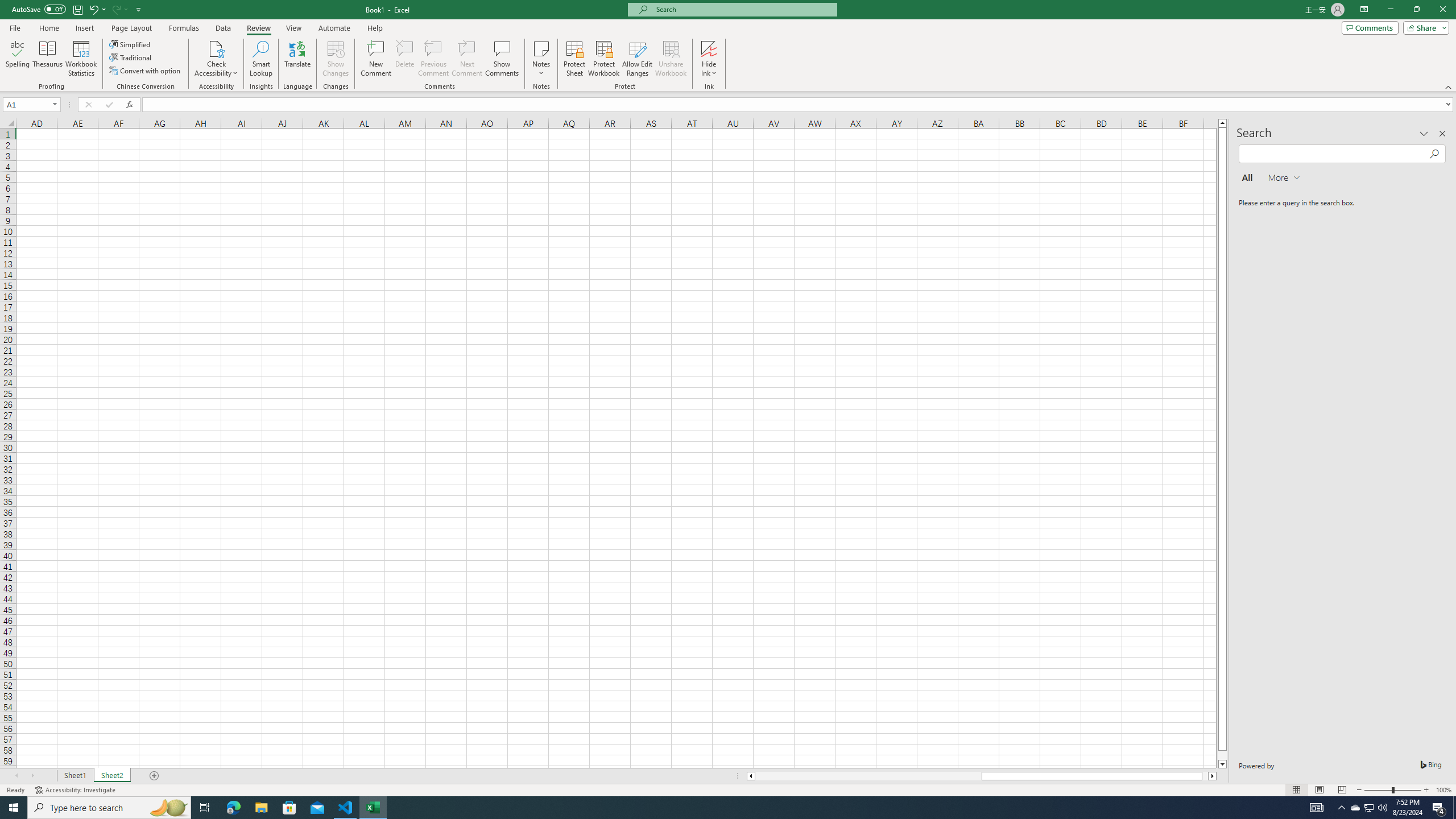 The width and height of the screenshot is (1456, 819). Describe the element at coordinates (638, 59) in the screenshot. I see `'Allow Edit Ranges'` at that location.